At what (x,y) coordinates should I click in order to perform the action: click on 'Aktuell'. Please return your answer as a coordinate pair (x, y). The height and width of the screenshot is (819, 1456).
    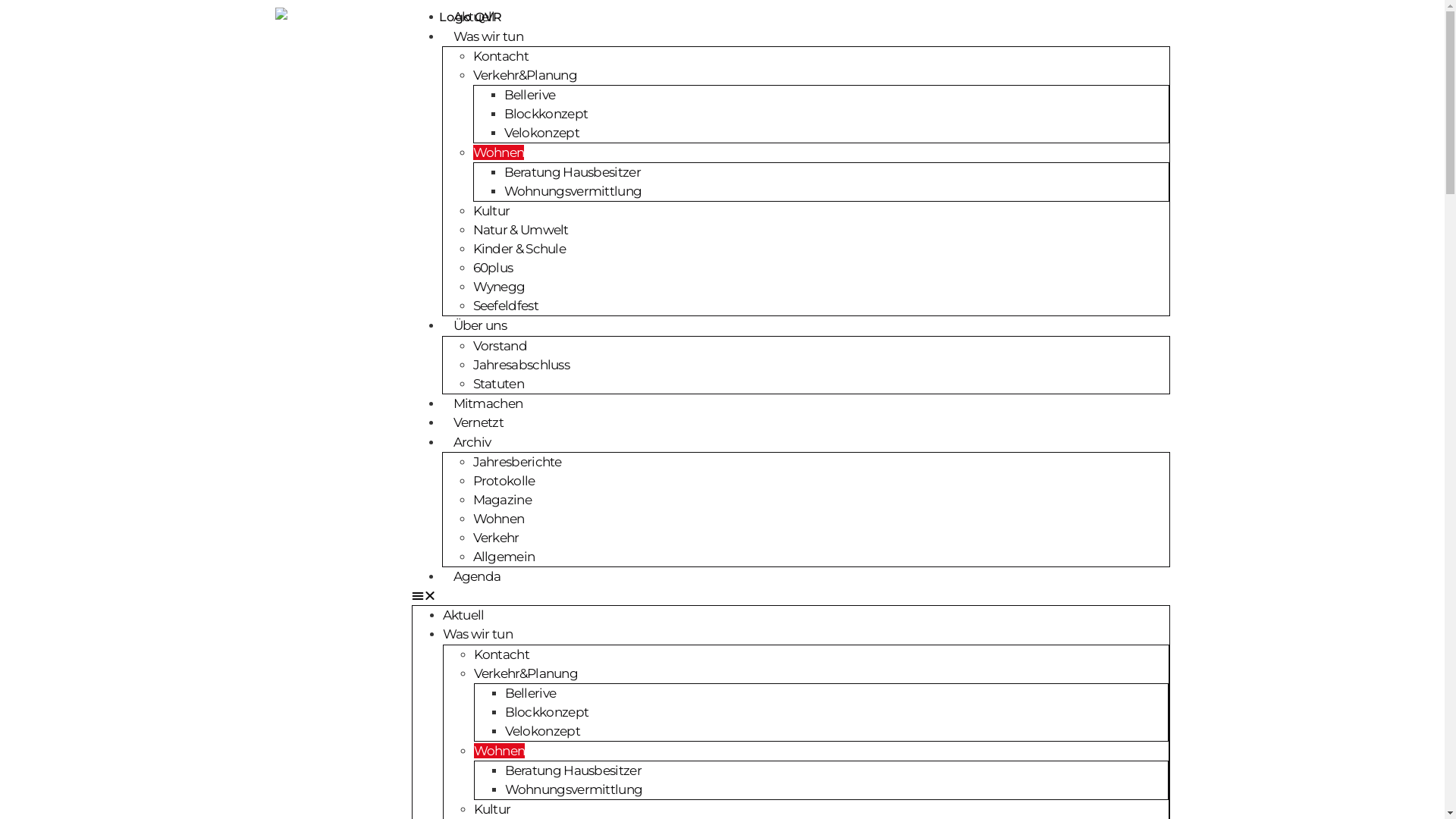
    Looking at the image, I should click on (472, 17).